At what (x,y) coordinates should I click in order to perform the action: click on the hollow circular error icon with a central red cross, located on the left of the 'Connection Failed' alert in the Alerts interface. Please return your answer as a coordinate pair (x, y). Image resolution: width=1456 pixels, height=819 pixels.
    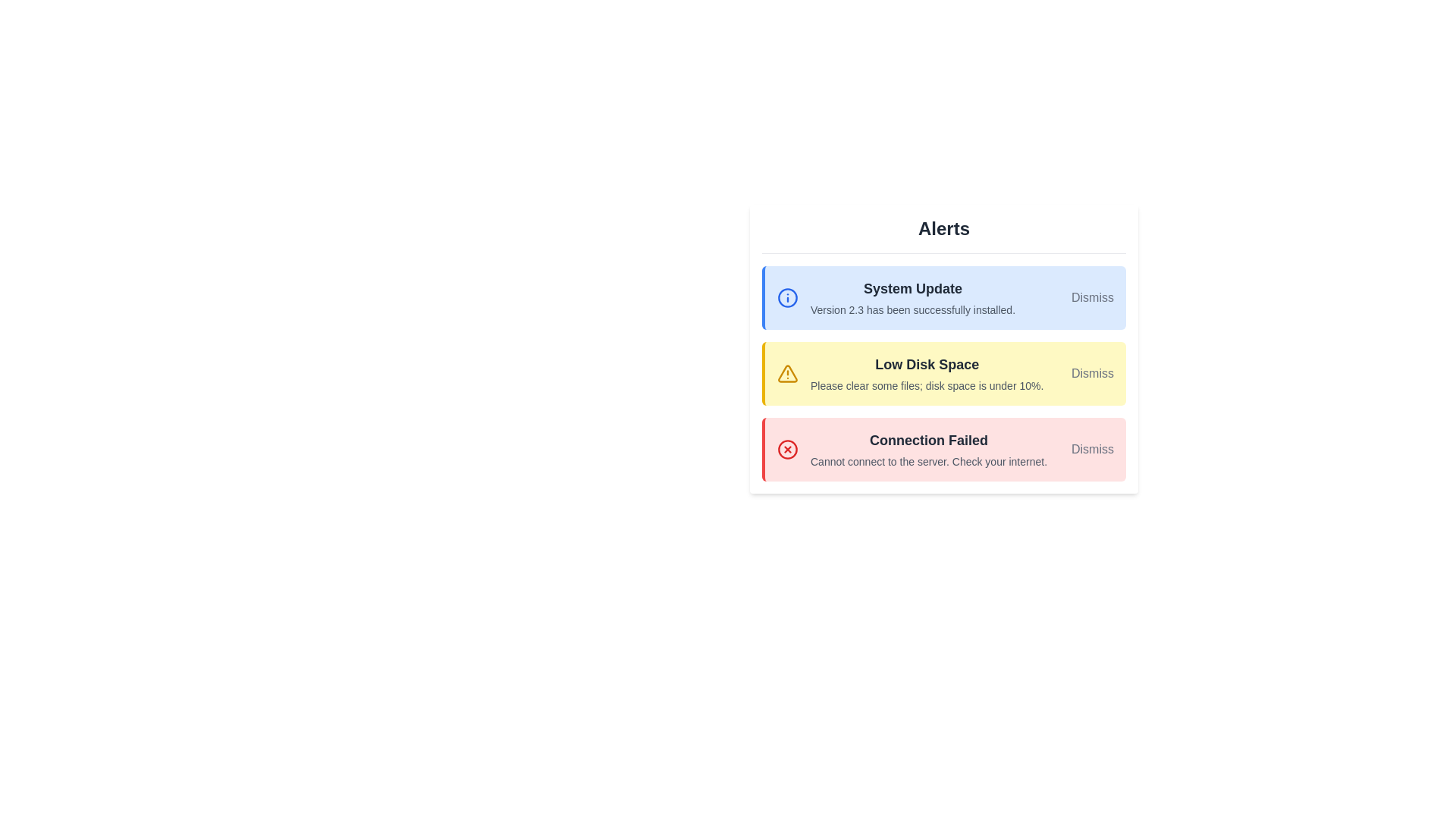
    Looking at the image, I should click on (787, 449).